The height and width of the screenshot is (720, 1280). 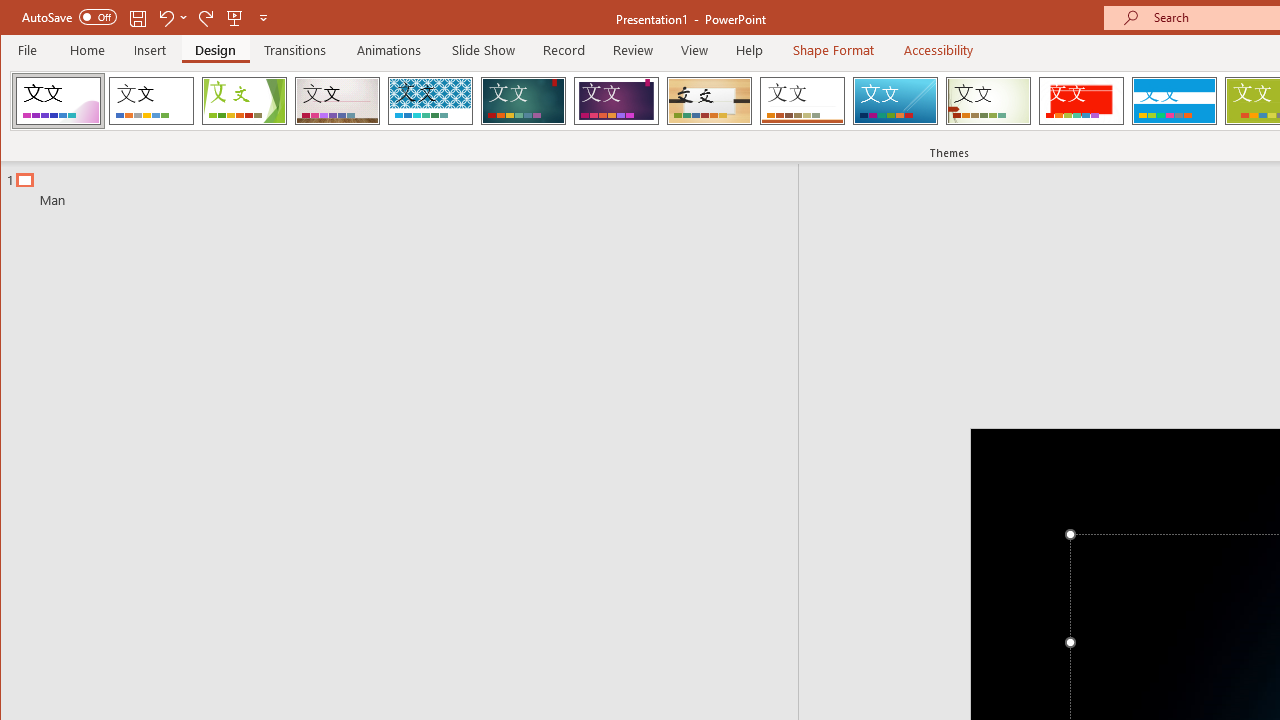 I want to click on 'SwellVTI', so click(x=58, y=100).